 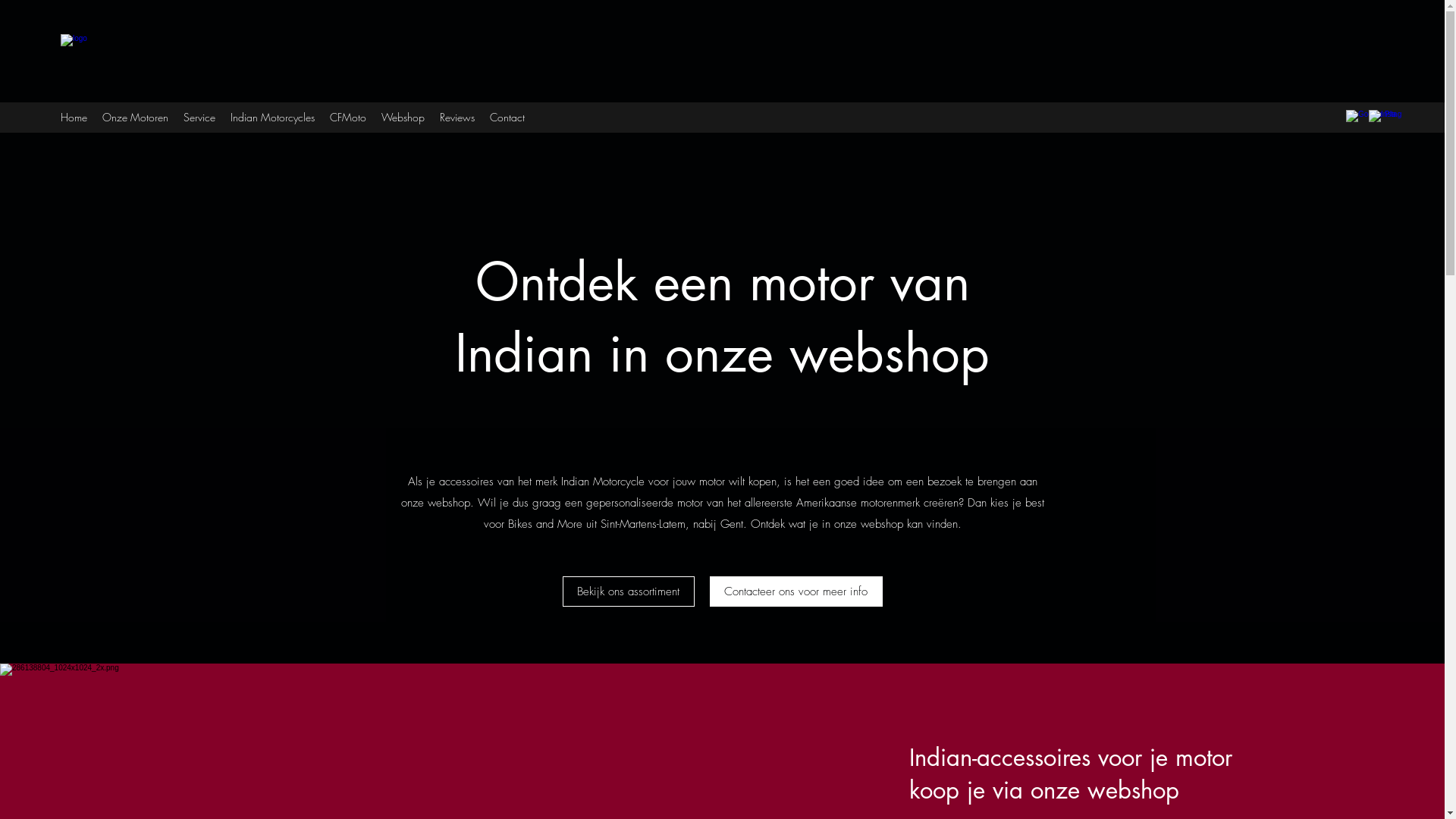 I want to click on 'Reviews', so click(x=457, y=116).